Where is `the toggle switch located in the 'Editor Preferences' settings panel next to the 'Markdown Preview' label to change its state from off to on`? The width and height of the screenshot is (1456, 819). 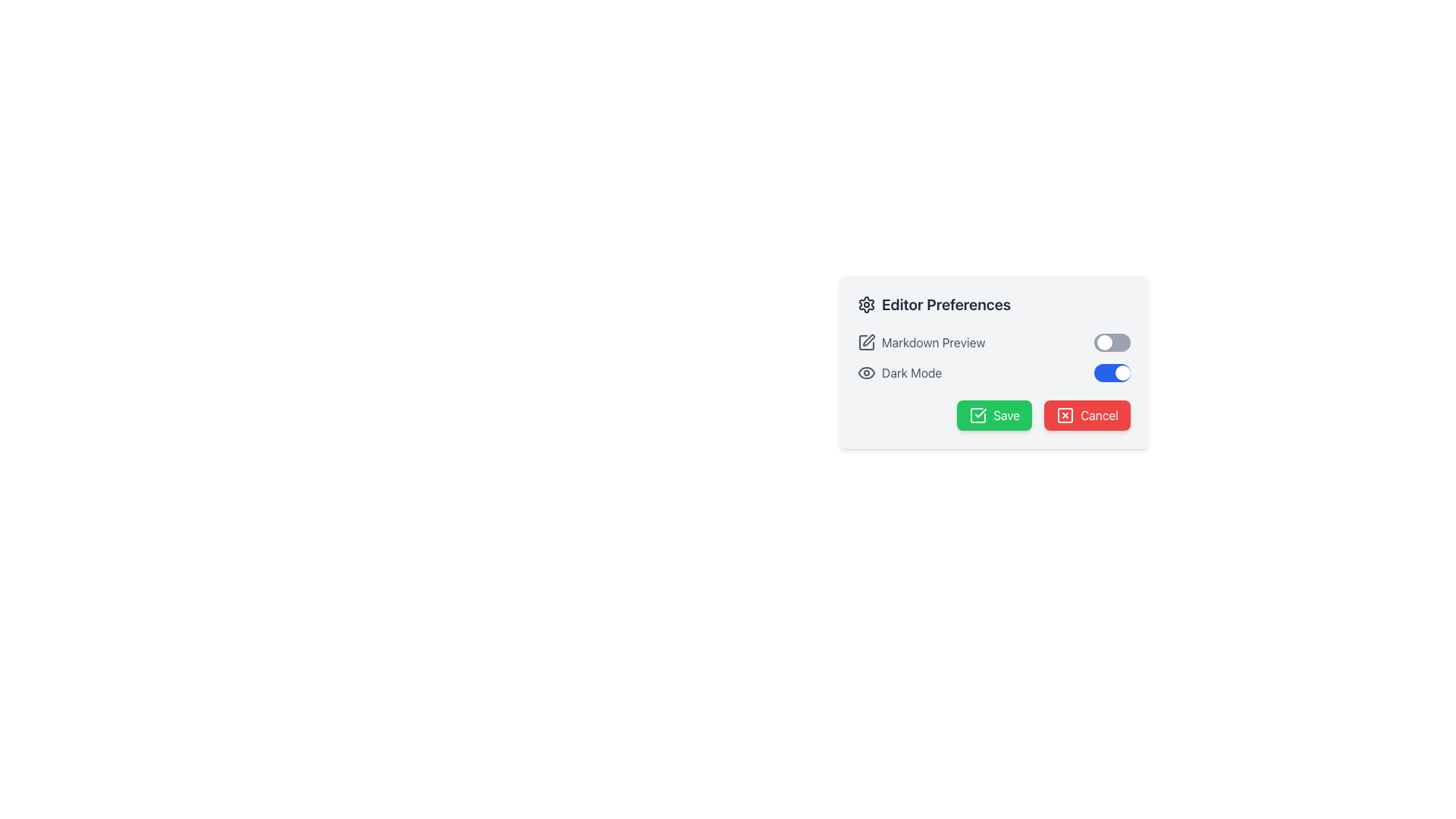
the toggle switch located in the 'Editor Preferences' settings panel next to the 'Markdown Preview' label to change its state from off to on is located at coordinates (1112, 342).